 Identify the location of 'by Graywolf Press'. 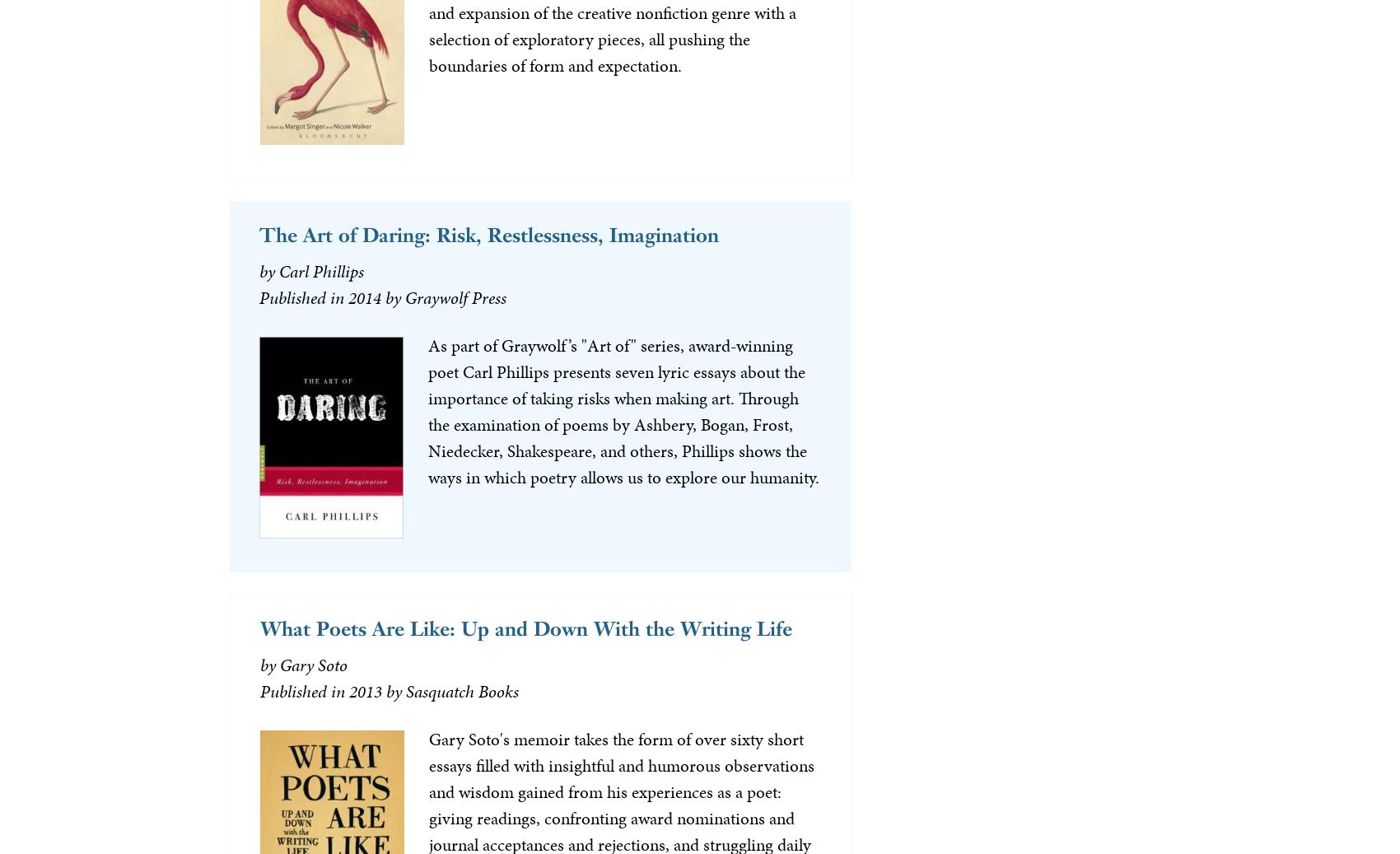
(444, 296).